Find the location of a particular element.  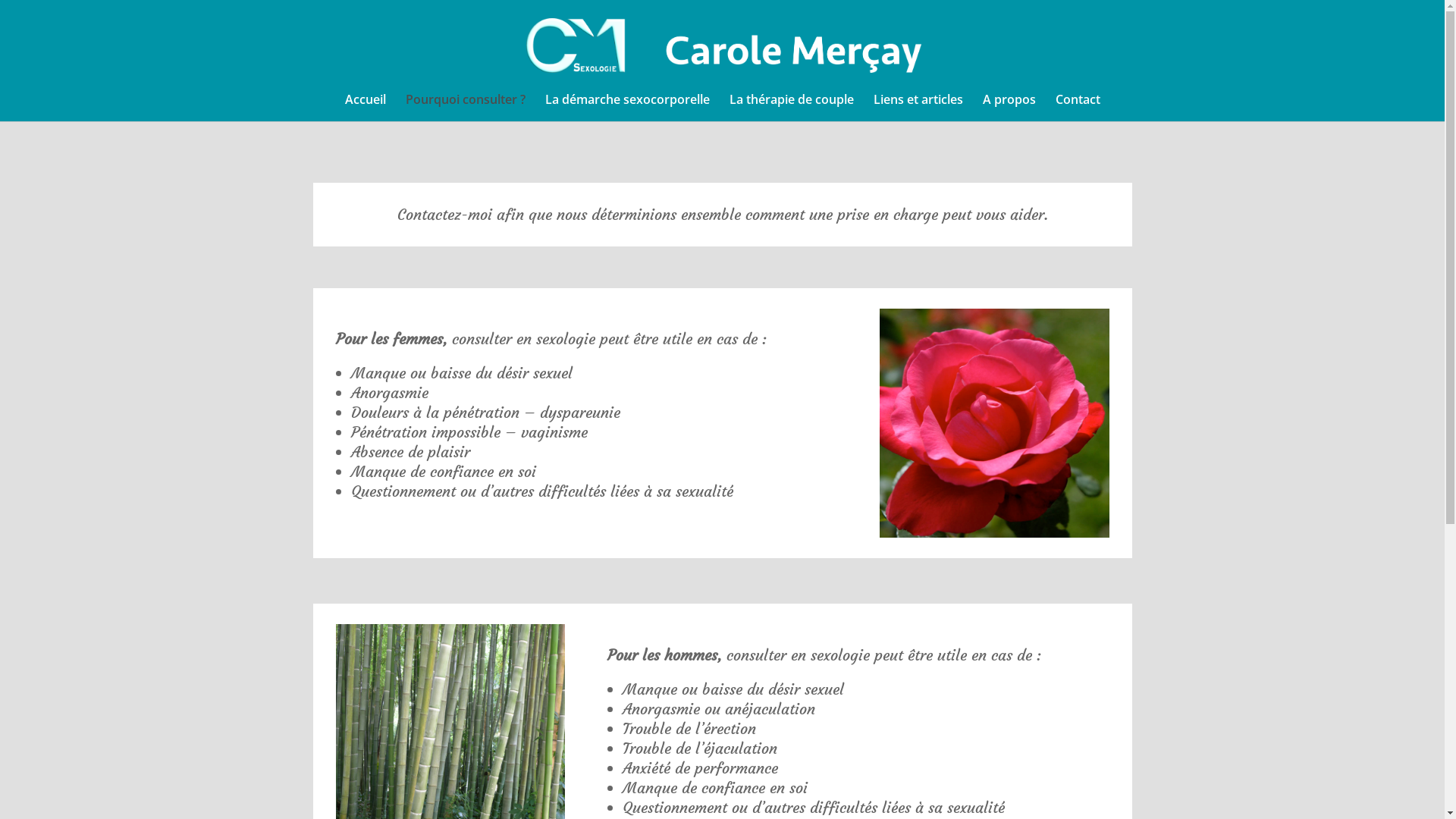

'Pourquoi consulter ?' is located at coordinates (464, 107).